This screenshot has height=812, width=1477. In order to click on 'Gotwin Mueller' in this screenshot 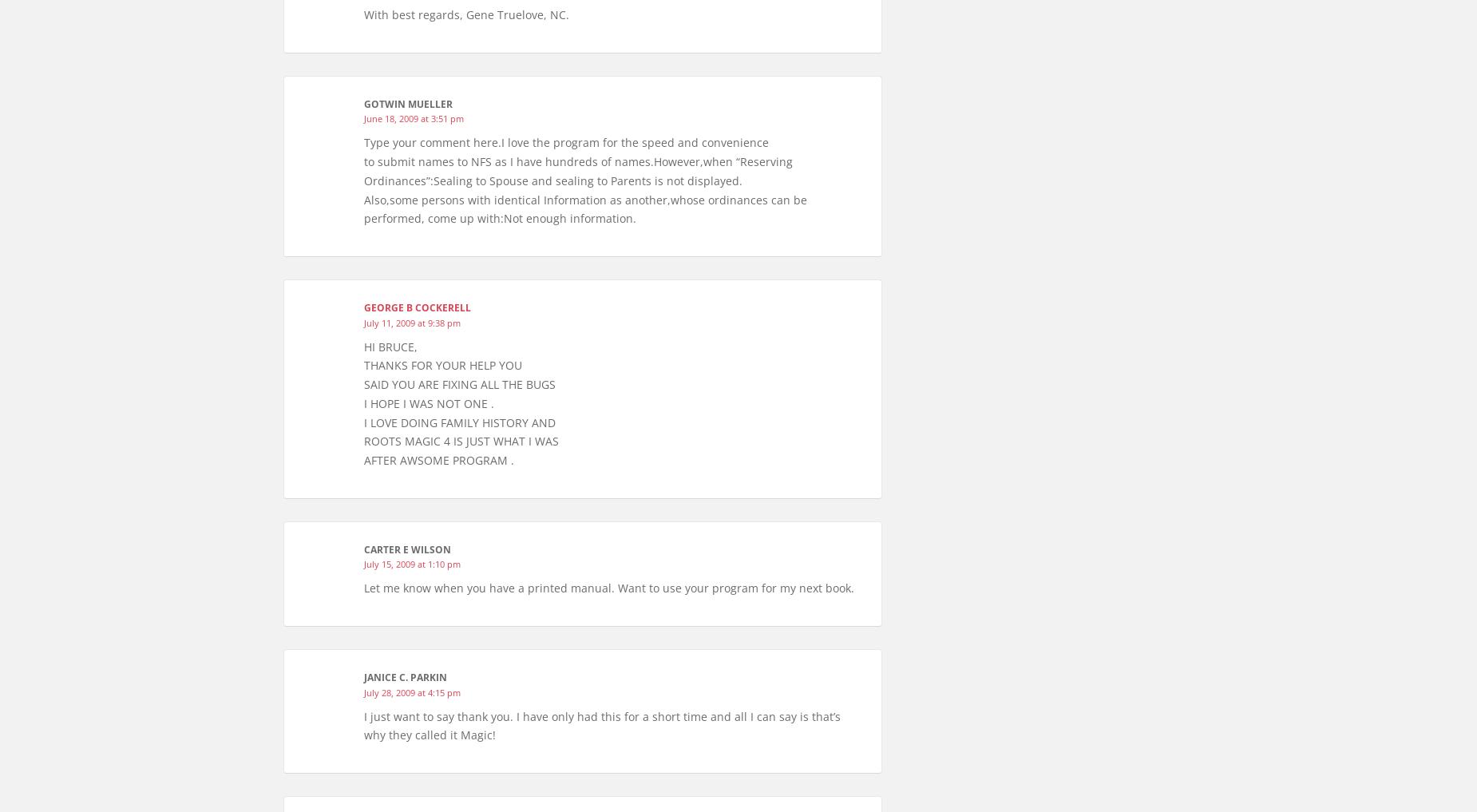, I will do `click(408, 102)`.